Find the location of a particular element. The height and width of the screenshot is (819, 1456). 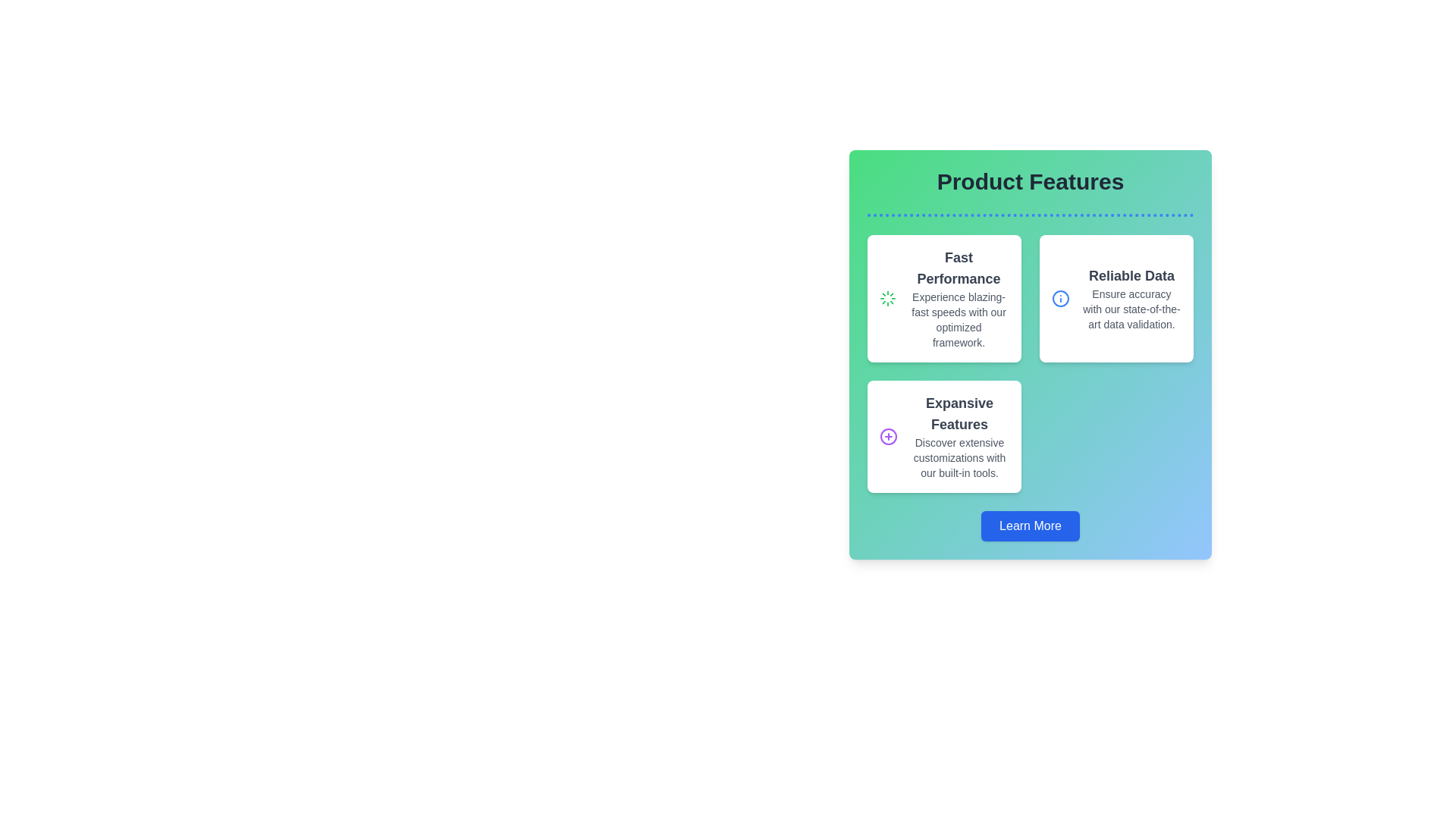

the outermost circular outline of the SVG icon, which is styled with a stroke color and no fill is located at coordinates (888, 436).